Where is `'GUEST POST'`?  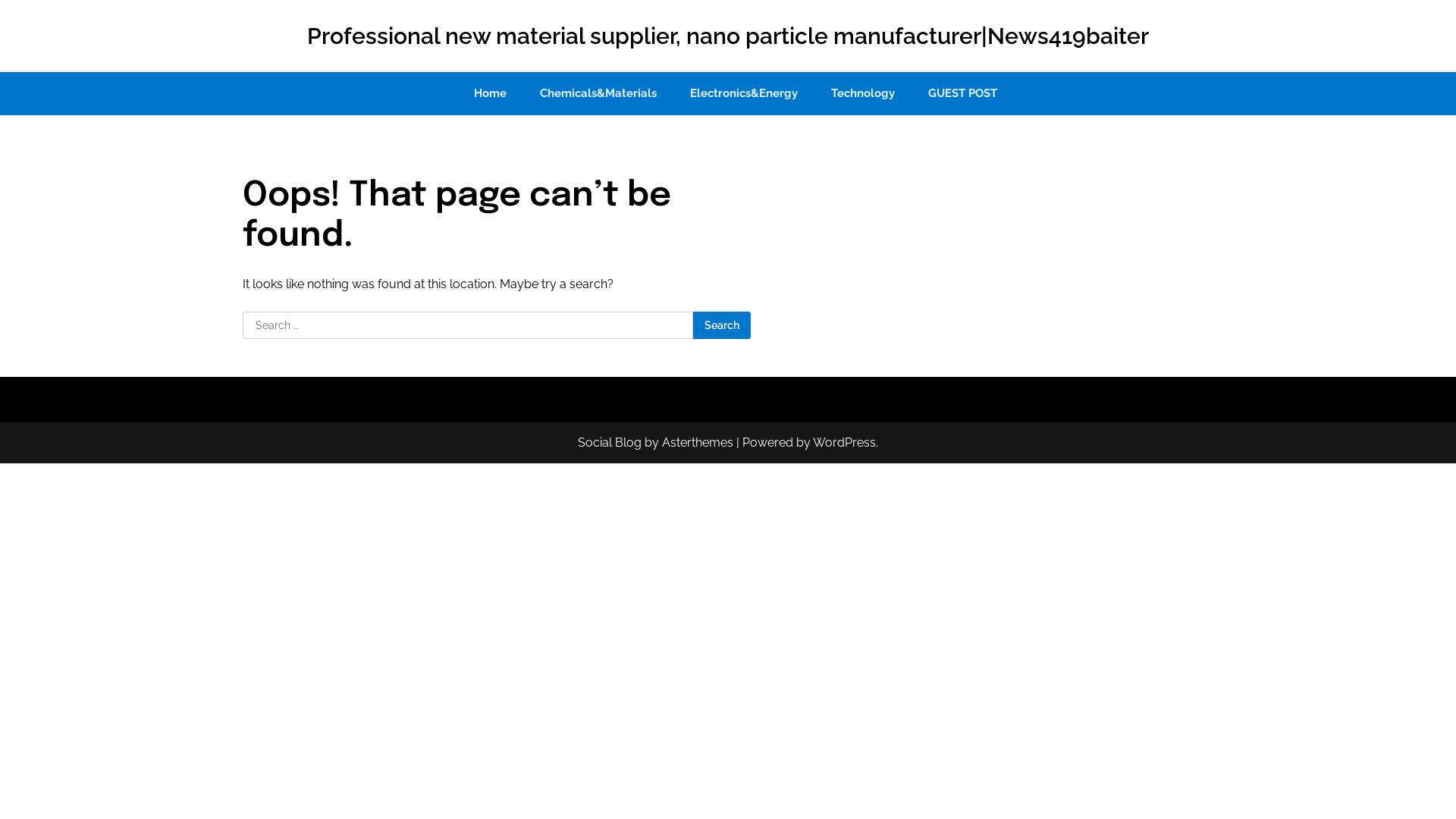 'GUEST POST' is located at coordinates (912, 93).